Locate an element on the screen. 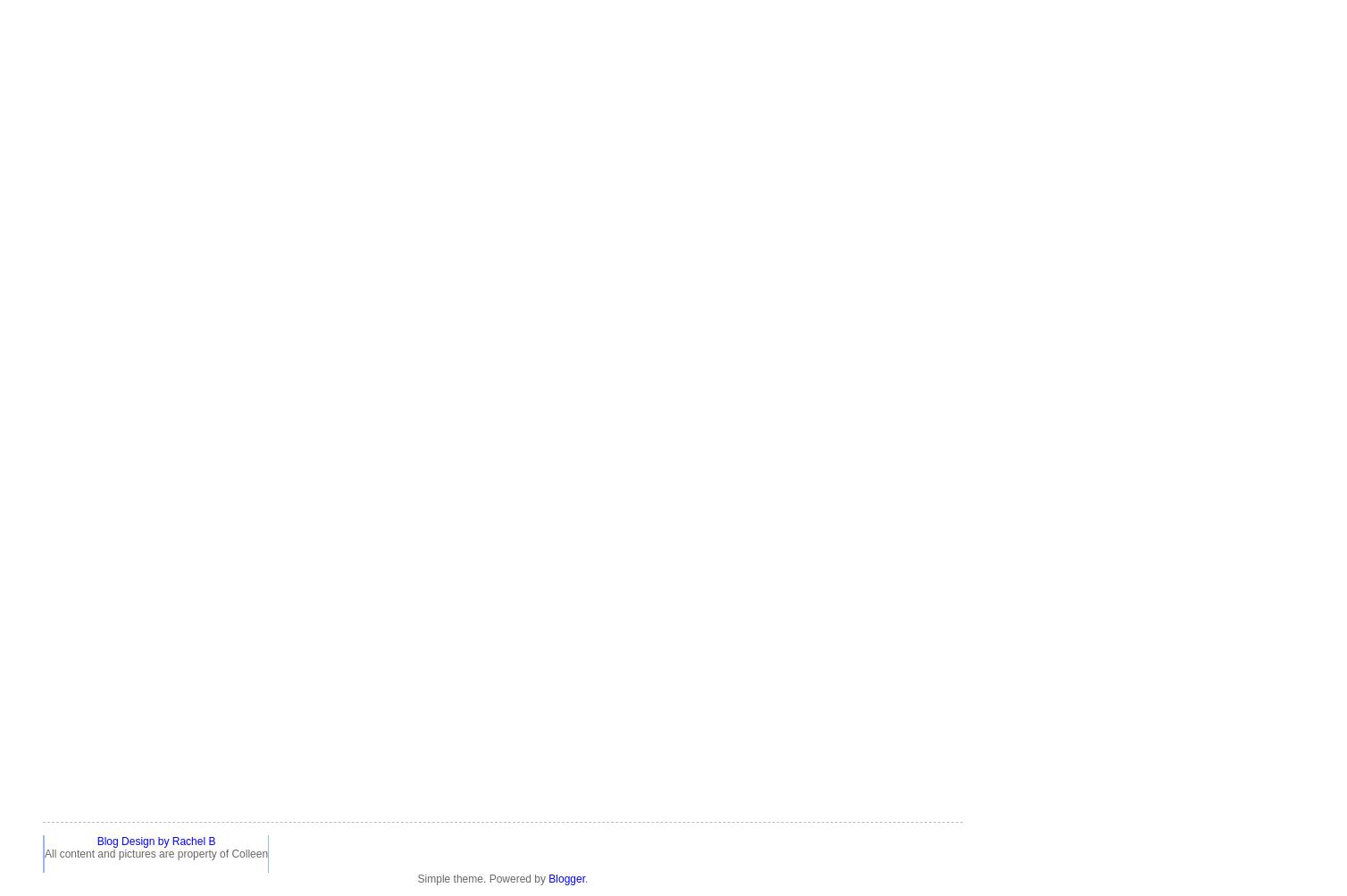 This screenshot has width=1347, height=896. 'breastfeeding' is located at coordinates (74, 607).